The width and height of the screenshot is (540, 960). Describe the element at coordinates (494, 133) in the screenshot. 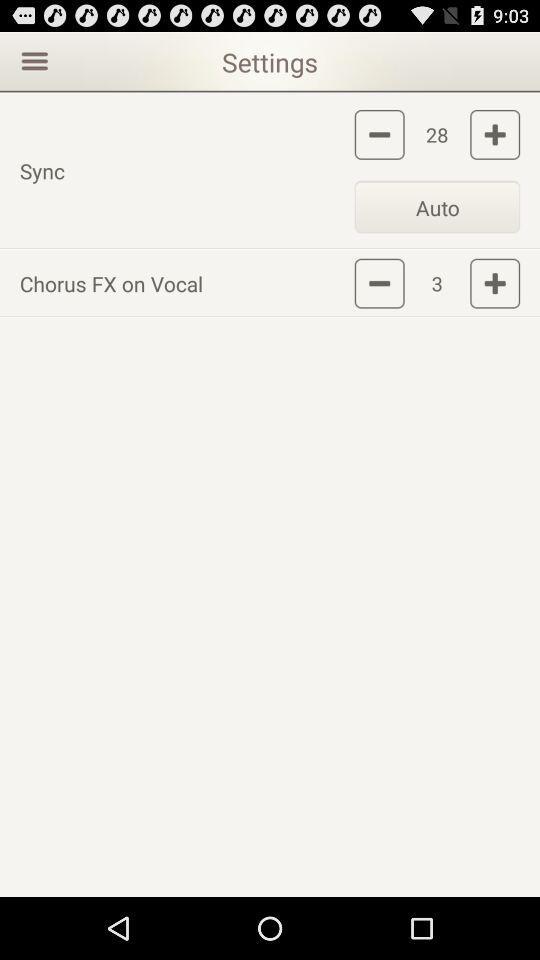

I see `increment one more` at that location.